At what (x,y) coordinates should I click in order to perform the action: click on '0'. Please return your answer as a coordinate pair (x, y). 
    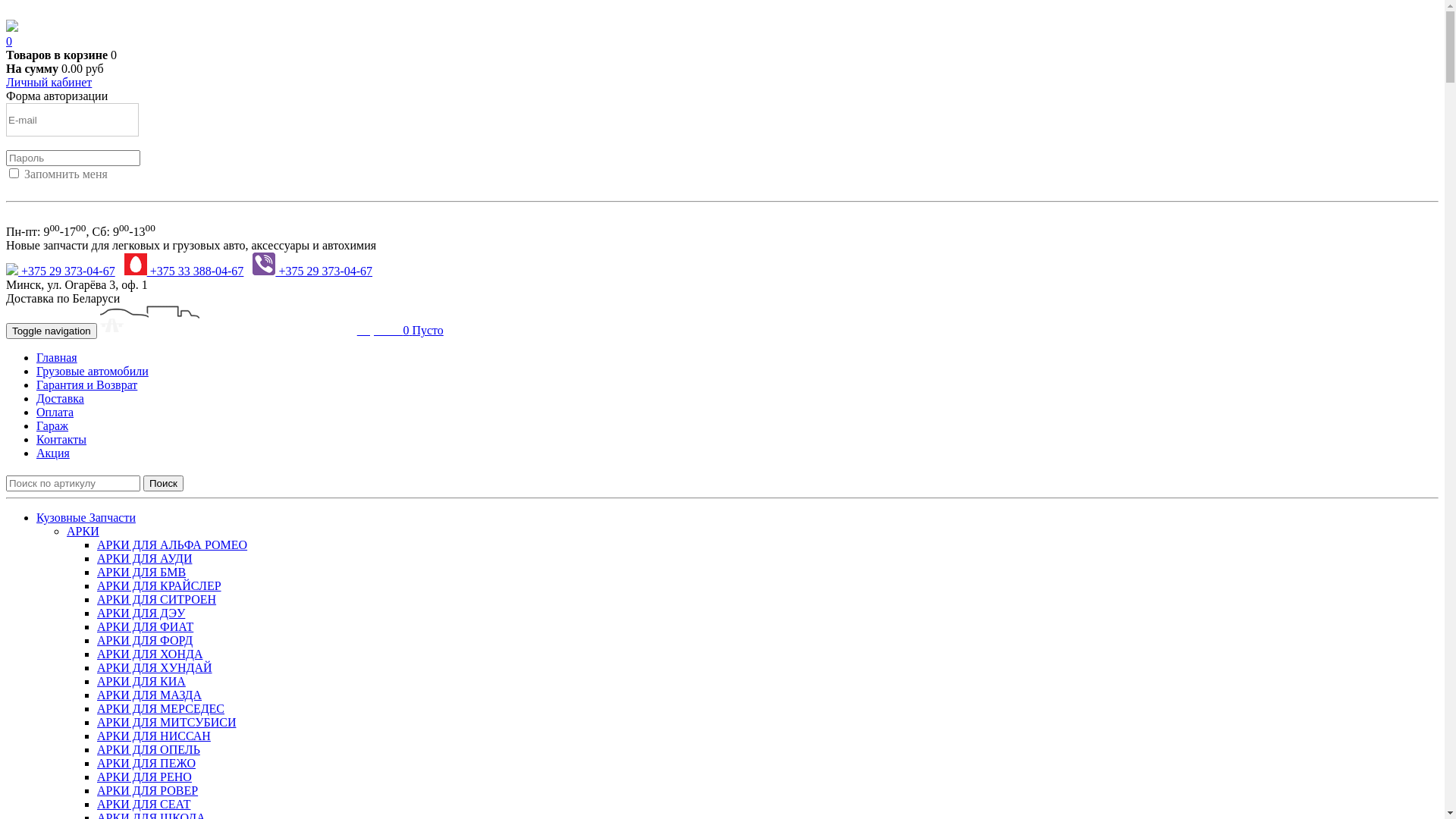
    Looking at the image, I should click on (9, 40).